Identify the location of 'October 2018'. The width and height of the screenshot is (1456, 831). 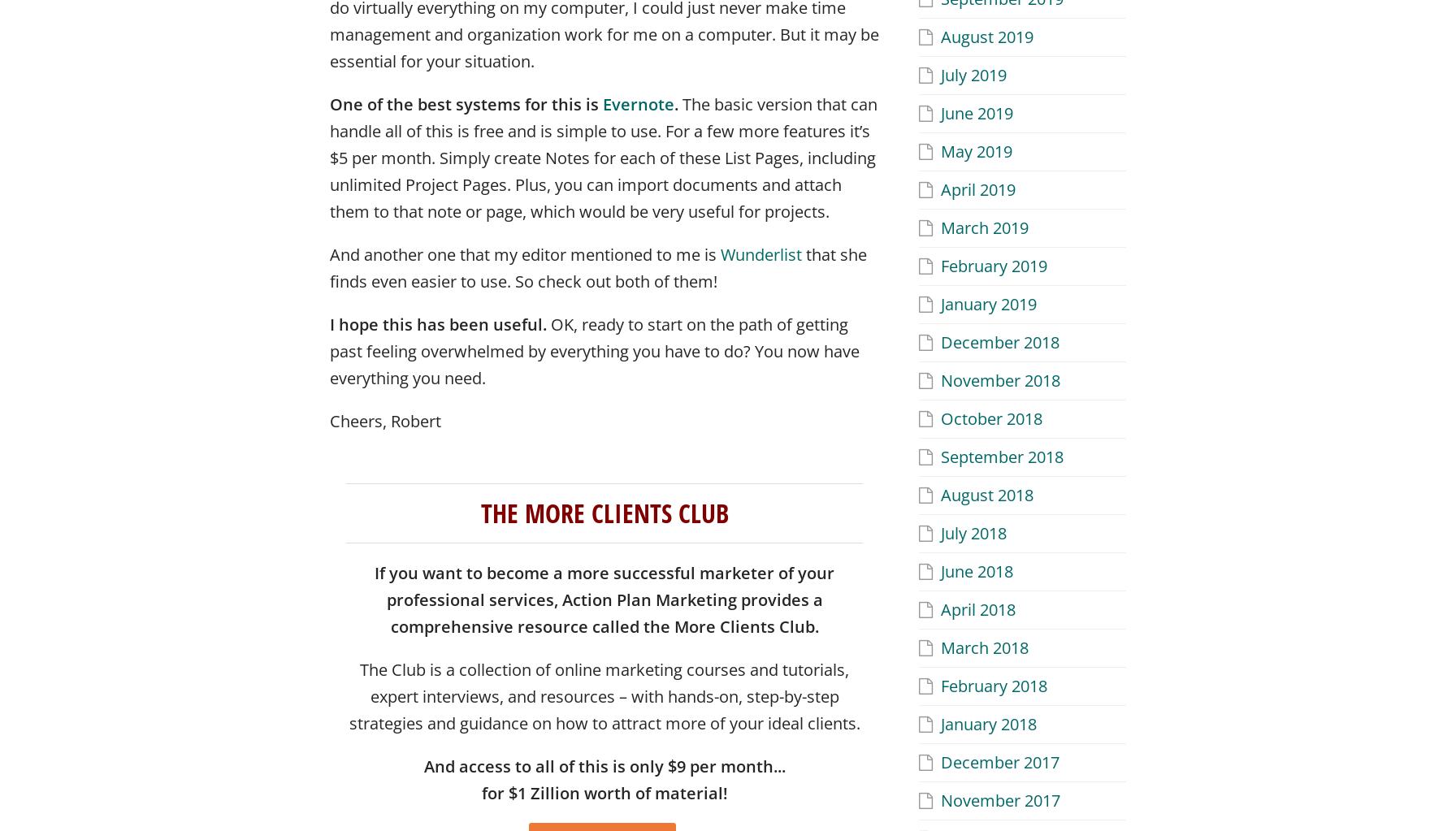
(991, 417).